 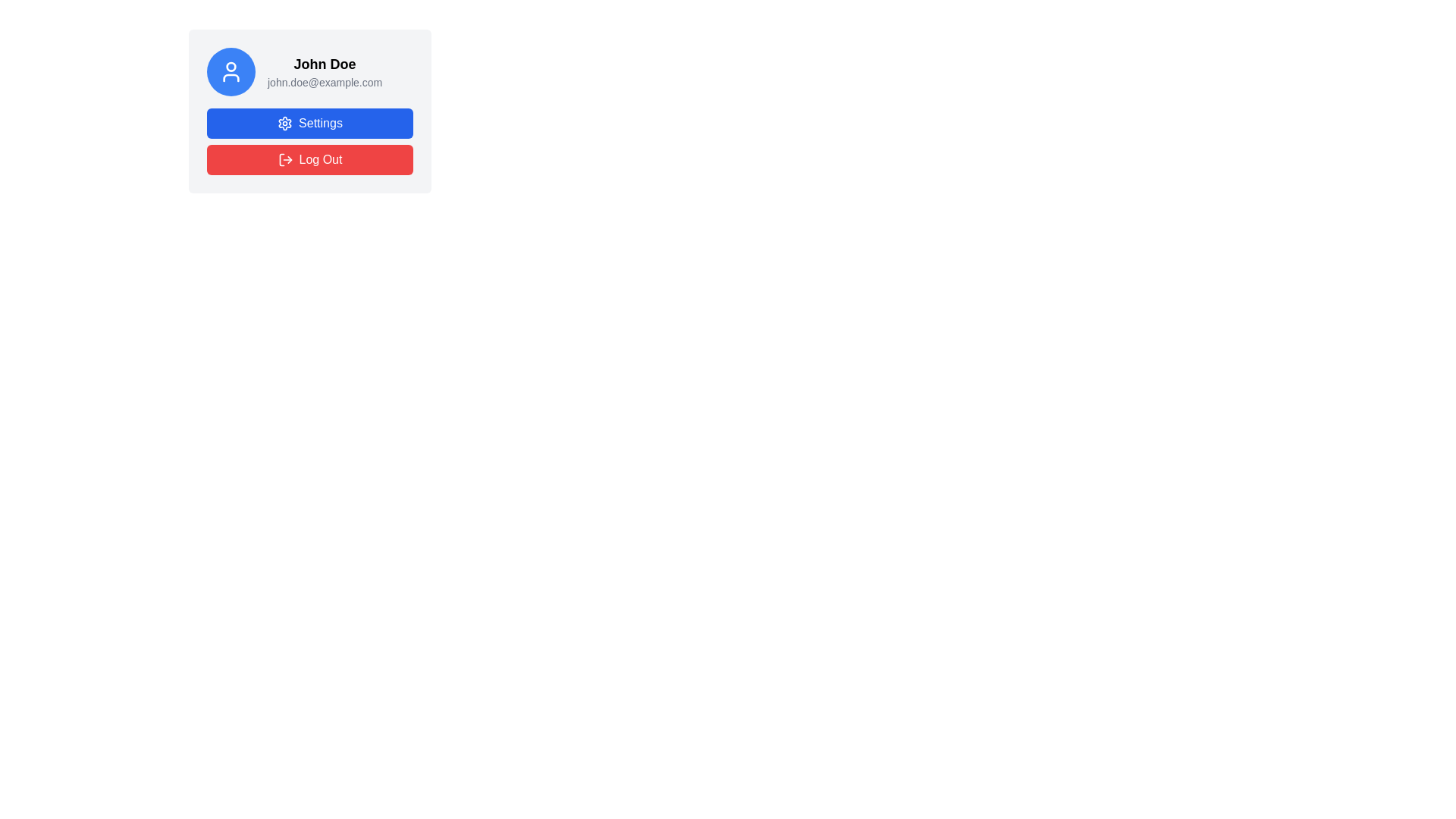 What do you see at coordinates (231, 72) in the screenshot?
I see `the Avatar/Placeholder Icon located at the upper left corner of the user's profile section, adjacent to 'John Doe' and 'john.doe@example.com'` at bounding box center [231, 72].